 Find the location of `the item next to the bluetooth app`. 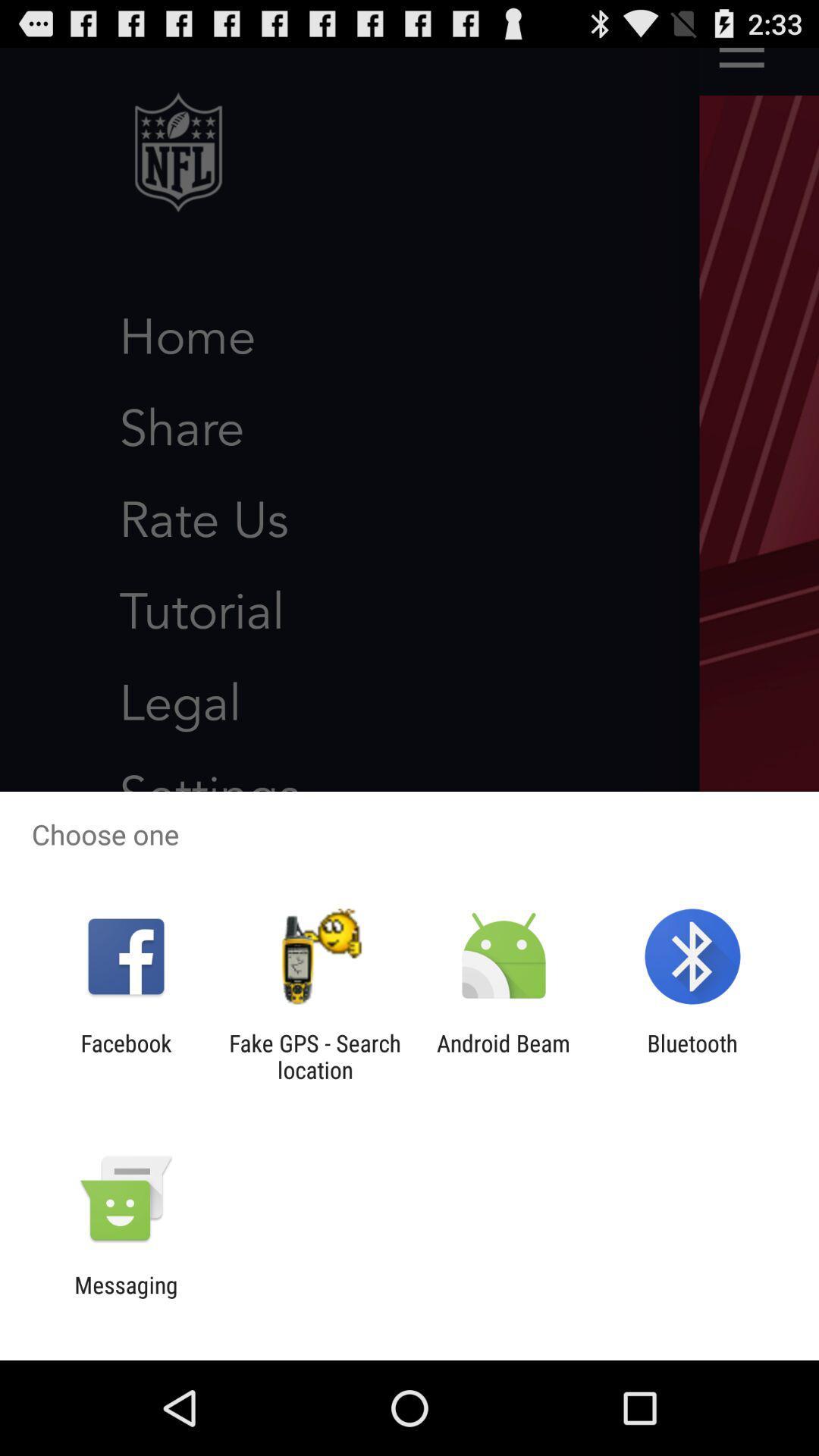

the item next to the bluetooth app is located at coordinates (504, 1056).